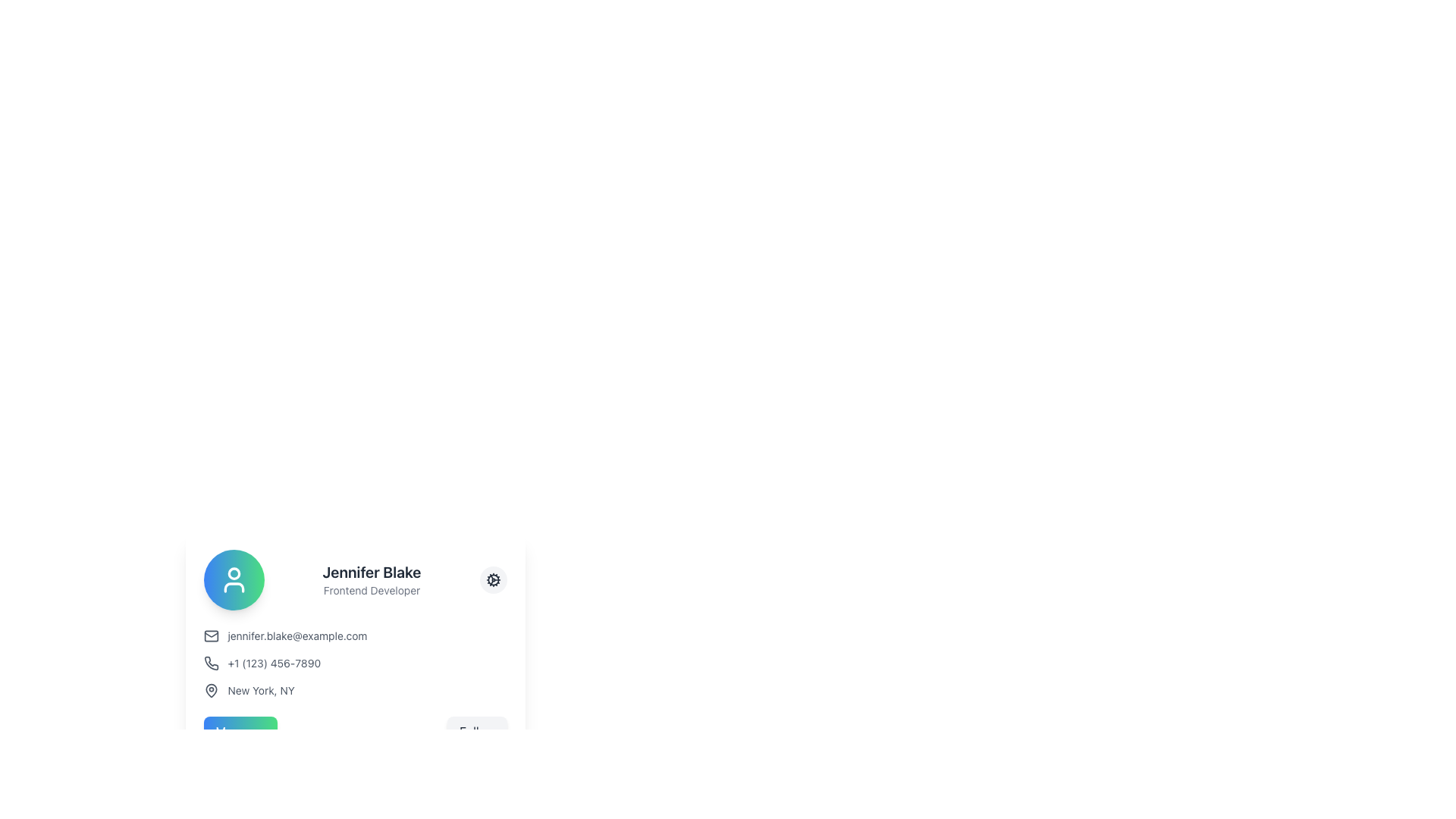  I want to click on the 'Follow' button located at the bottom-right corner of the user details UI card, so click(476, 730).